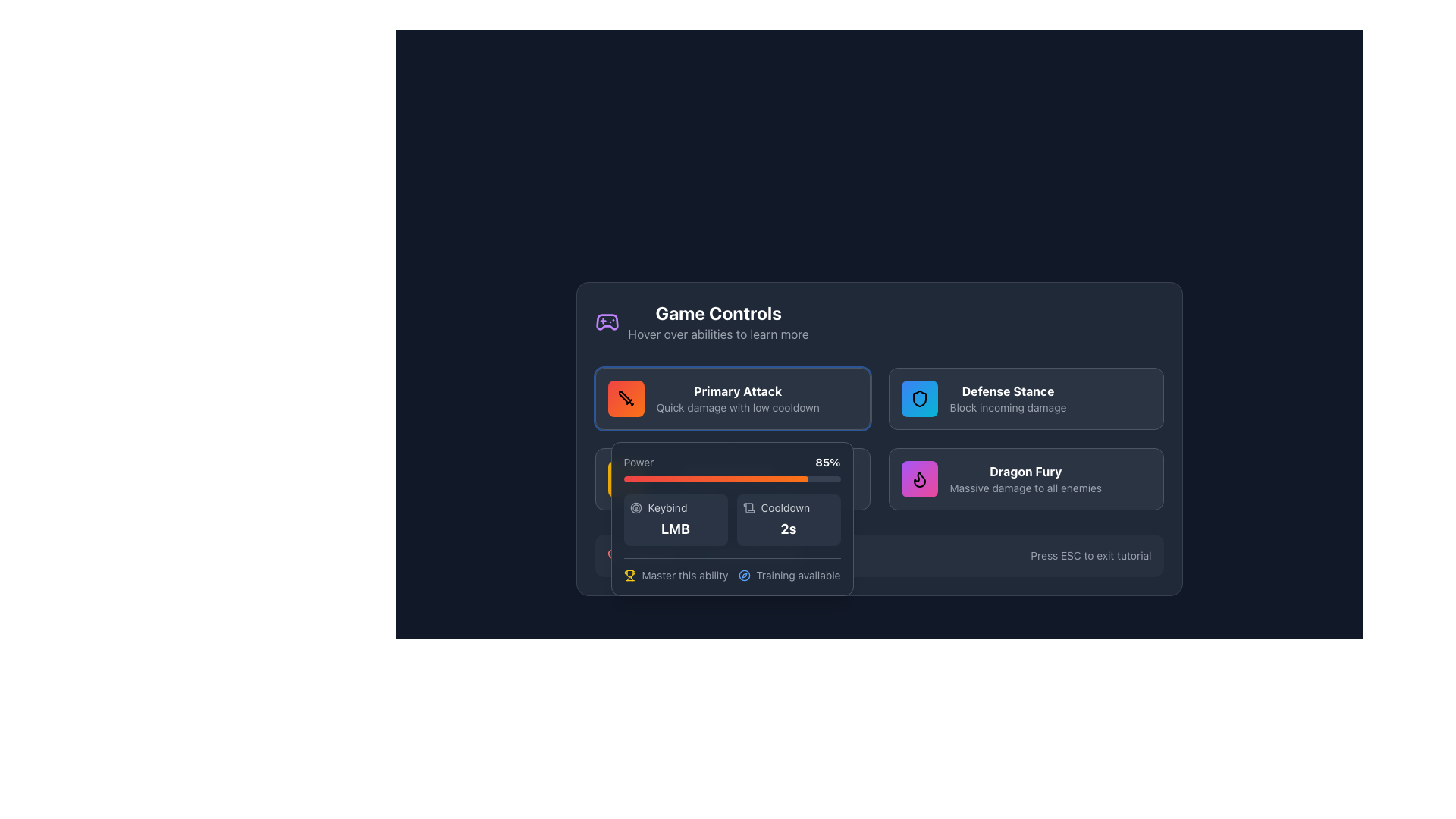 Image resolution: width=1456 pixels, height=819 pixels. What do you see at coordinates (732, 479) in the screenshot?
I see `the value displayed on the Progress Bar which shows '85%'` at bounding box center [732, 479].